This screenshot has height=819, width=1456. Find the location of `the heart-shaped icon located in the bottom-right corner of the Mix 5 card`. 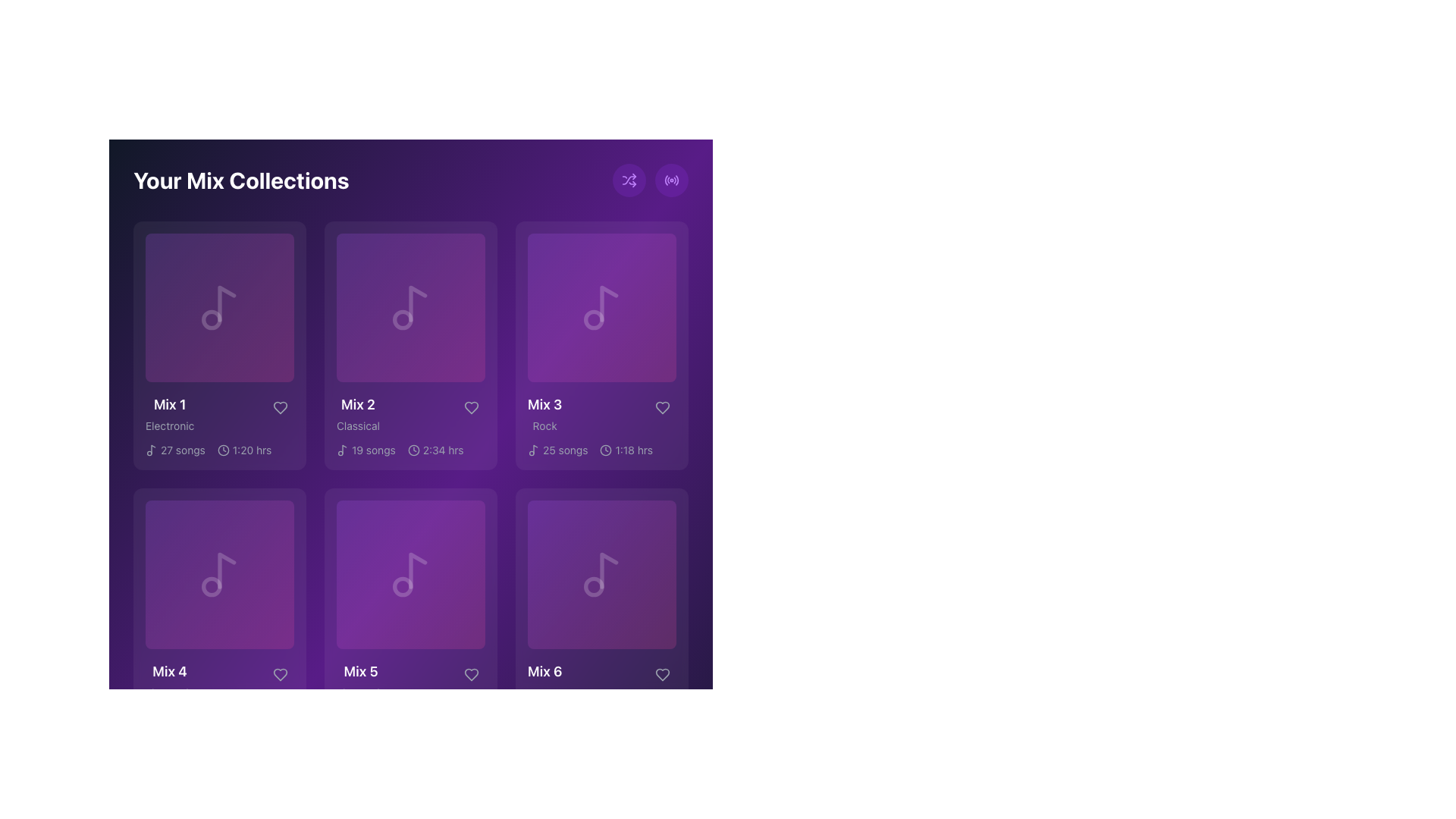

the heart-shaped icon located in the bottom-right corner of the Mix 5 card is located at coordinates (471, 674).